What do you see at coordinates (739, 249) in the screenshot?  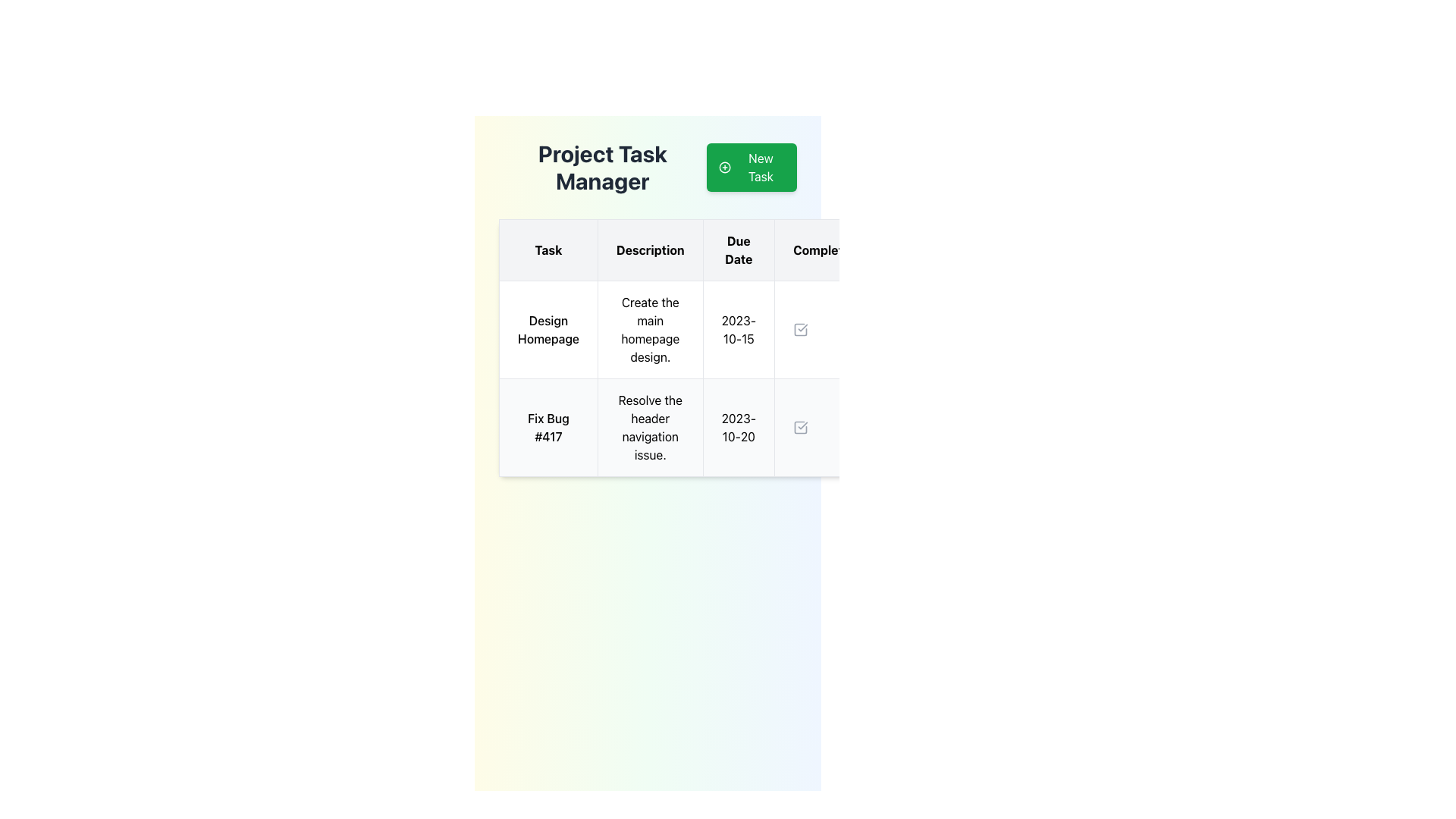 I see `the 'Due Date' column header in the task management table, which is the third column header positioned between 'Description' and 'Complete'` at bounding box center [739, 249].